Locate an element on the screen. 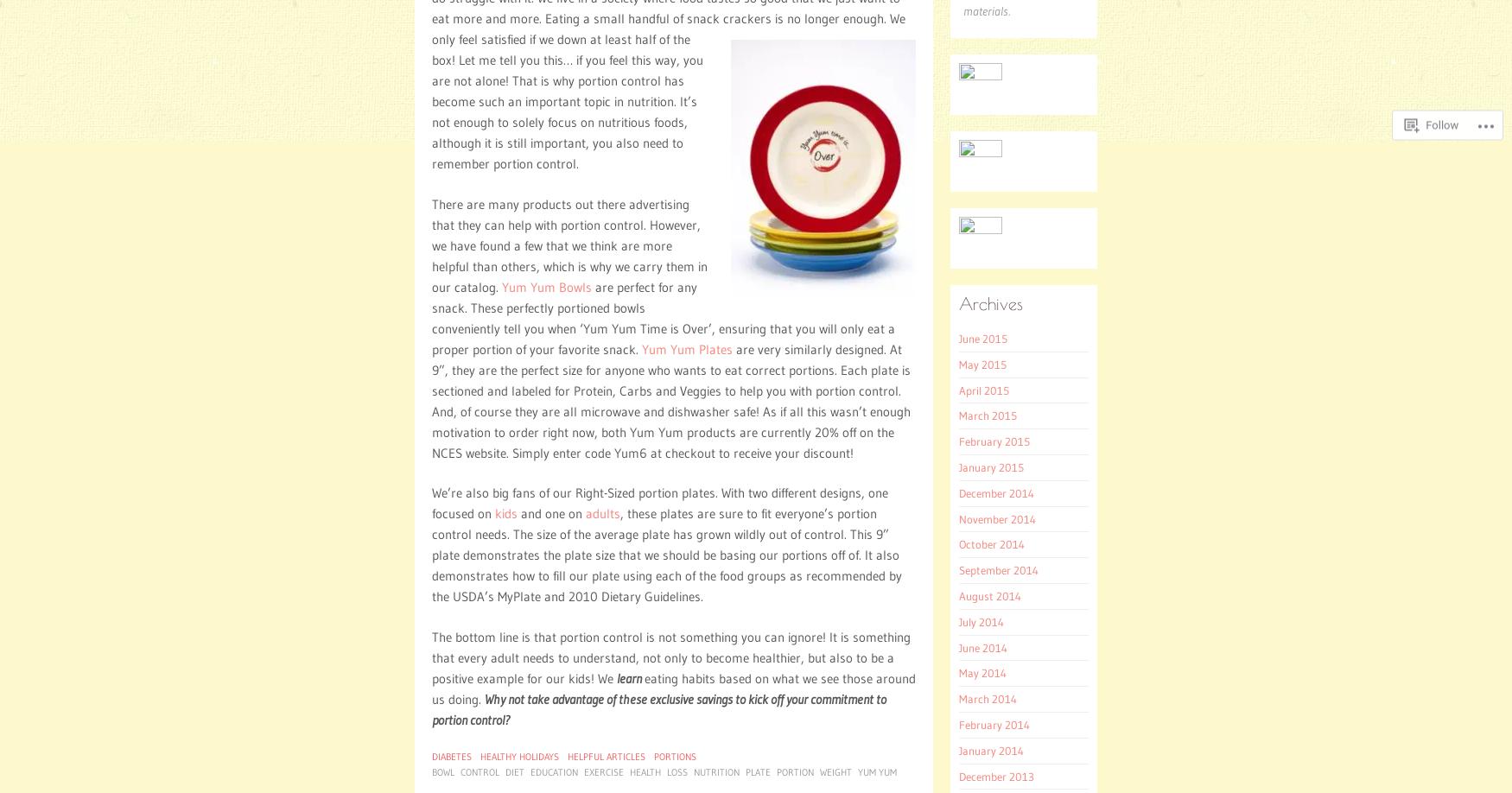 The image size is (1512, 793). 'are perfect for any snack. These perfectly portioned bowls conveniently tell you when ‘Yum Yum Time is Over’, ensuring that you will only eat a proper portion of your favorite snack.' is located at coordinates (431, 317).